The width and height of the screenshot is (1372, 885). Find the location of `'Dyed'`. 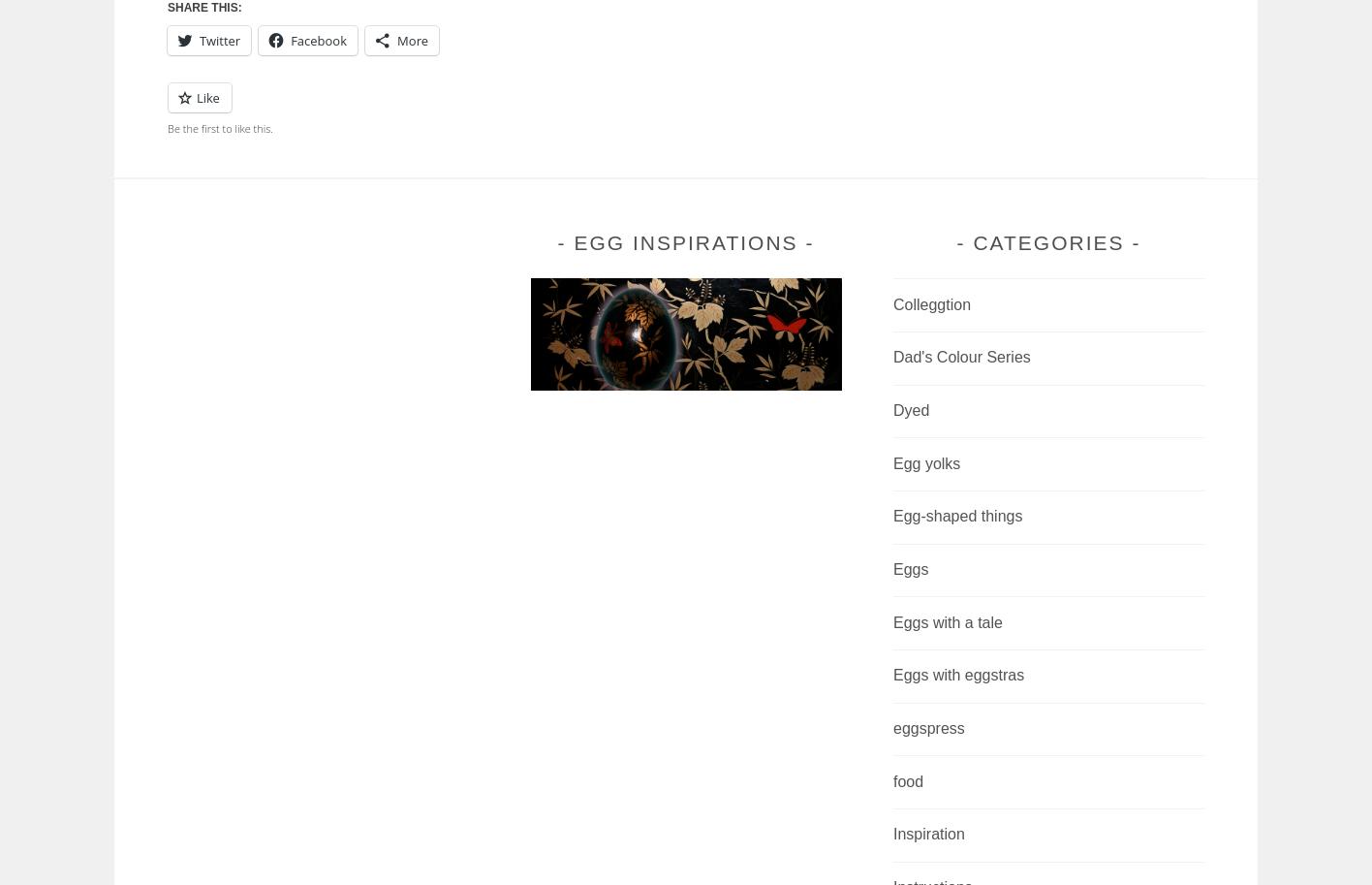

'Dyed' is located at coordinates (891, 410).